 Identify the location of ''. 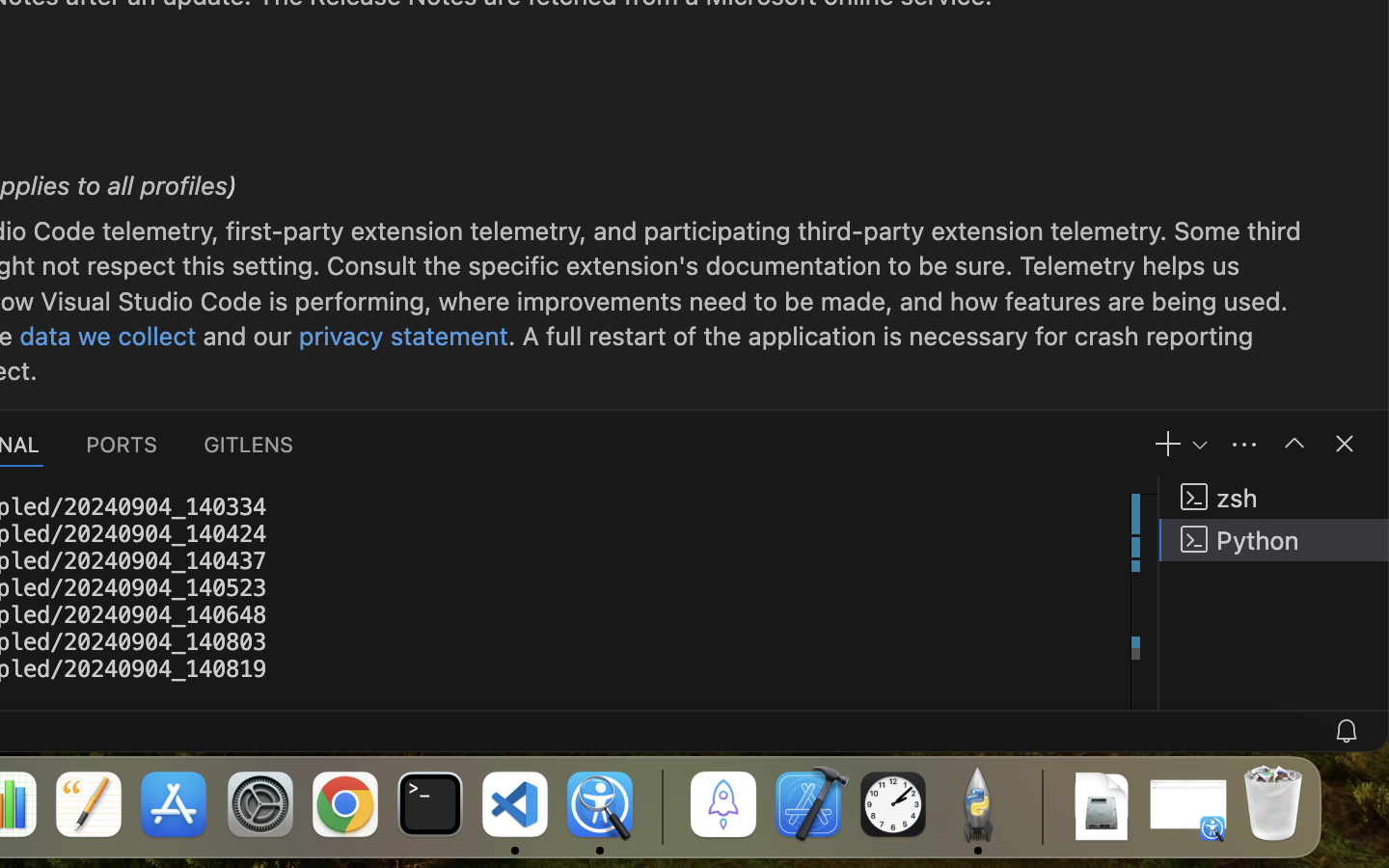
(1293, 442).